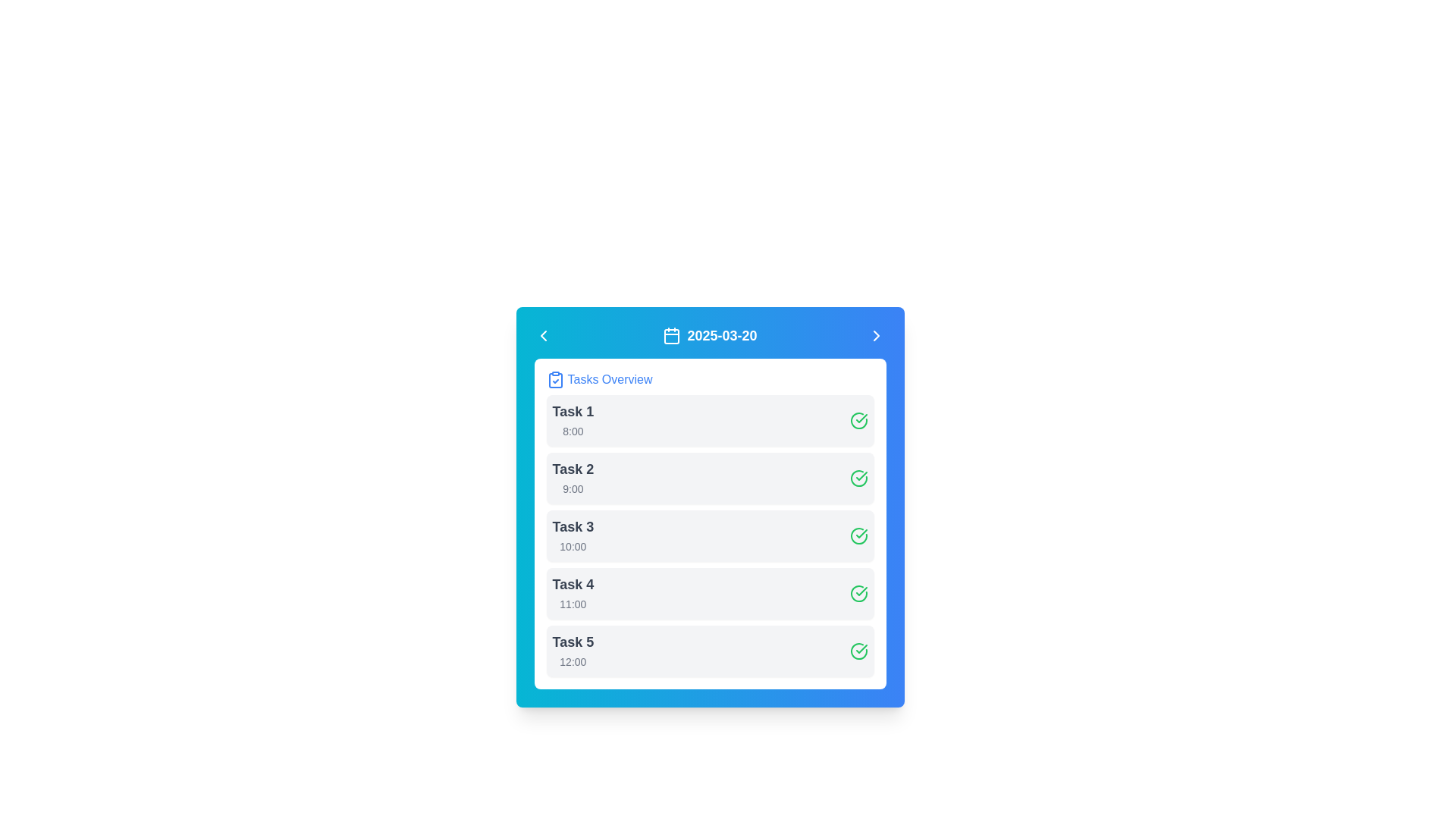  Describe the element at coordinates (858, 421) in the screenshot. I see `the status indicated by the checkmark confirmation symbol located at the far right of the row labeled 'Task 2' in the task list` at that location.